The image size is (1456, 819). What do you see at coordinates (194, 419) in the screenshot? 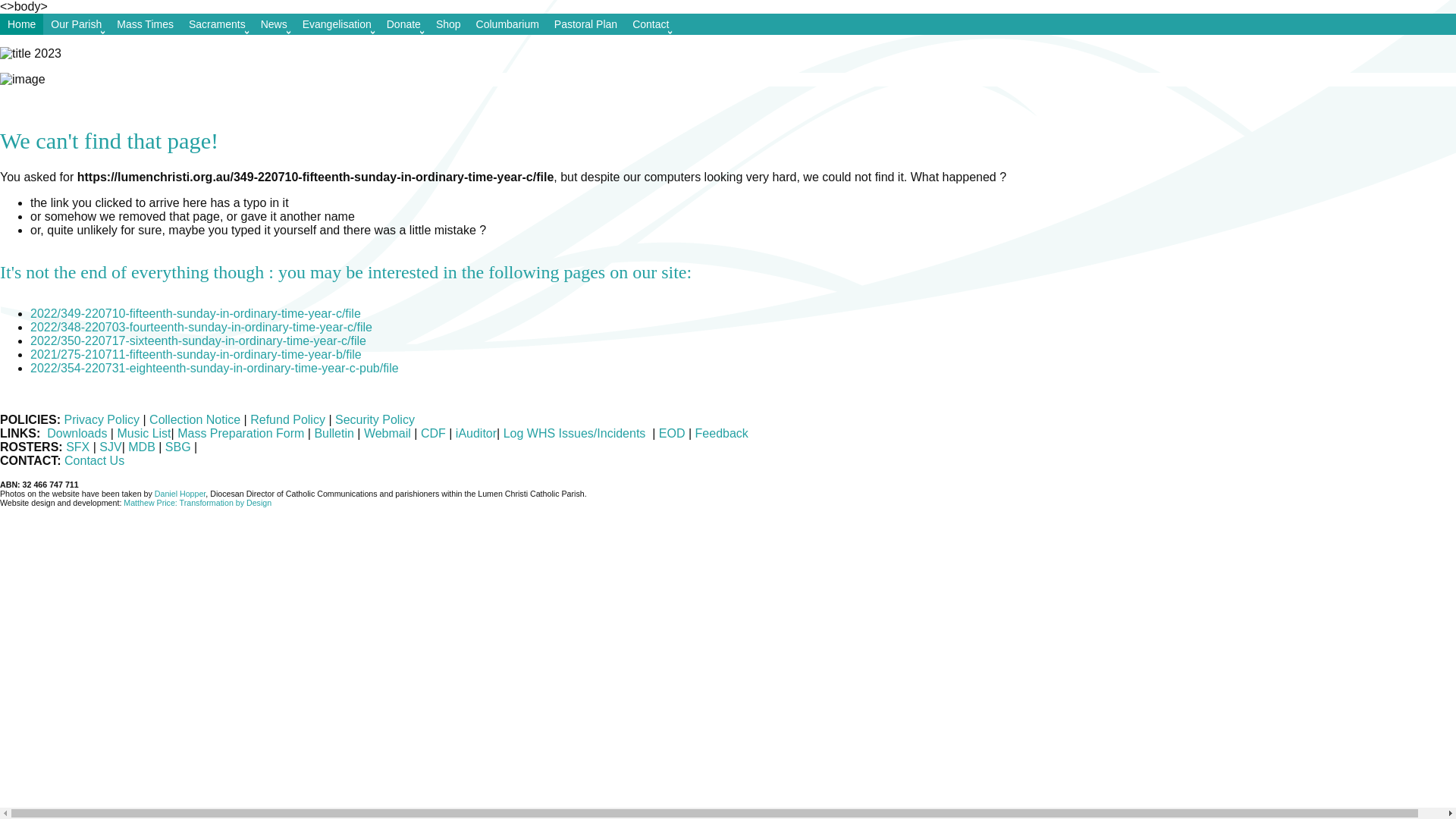
I see `'Collection Notice'` at bounding box center [194, 419].